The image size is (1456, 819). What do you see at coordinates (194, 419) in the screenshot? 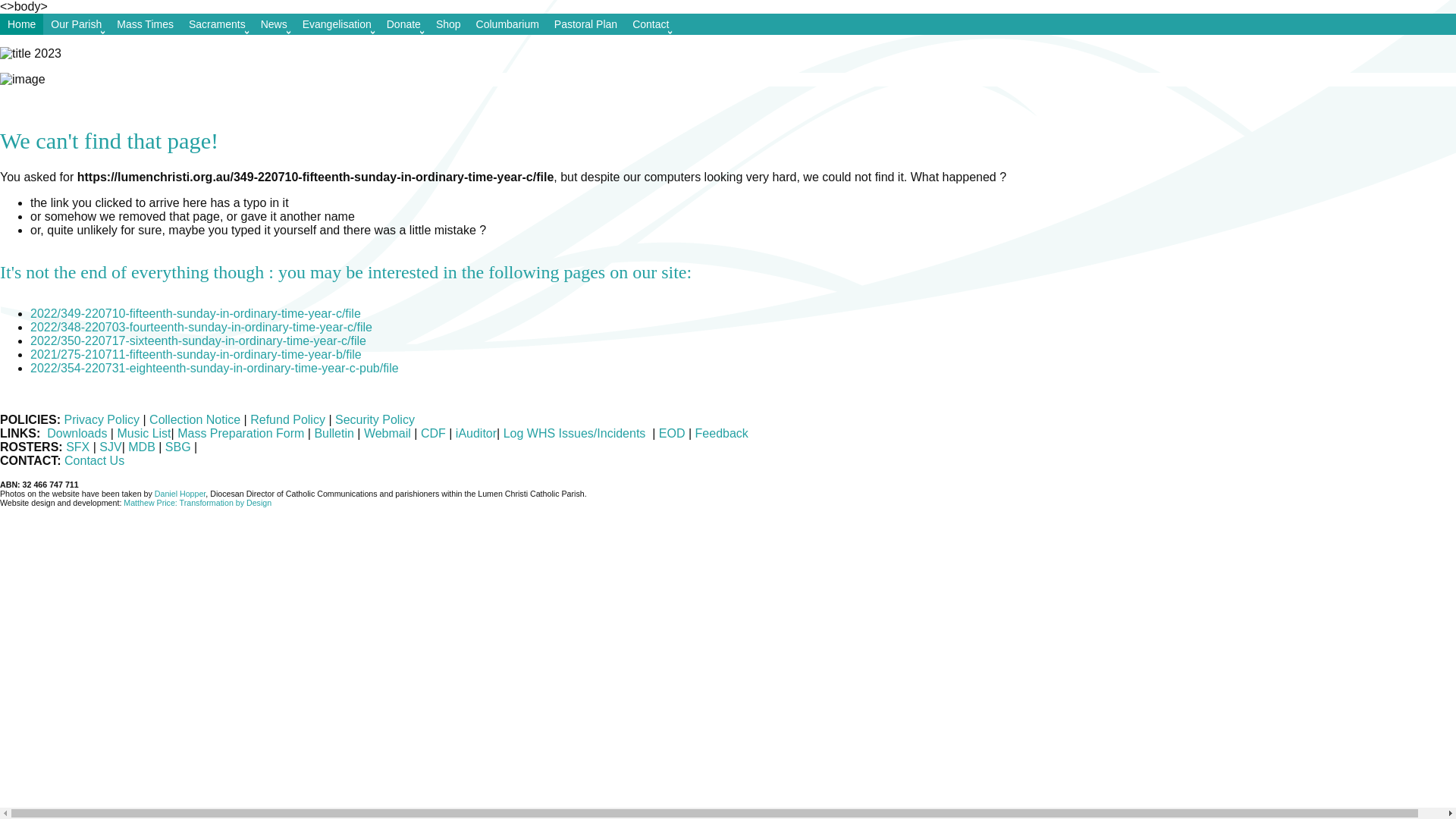
I see `'Collection Notice'` at bounding box center [194, 419].